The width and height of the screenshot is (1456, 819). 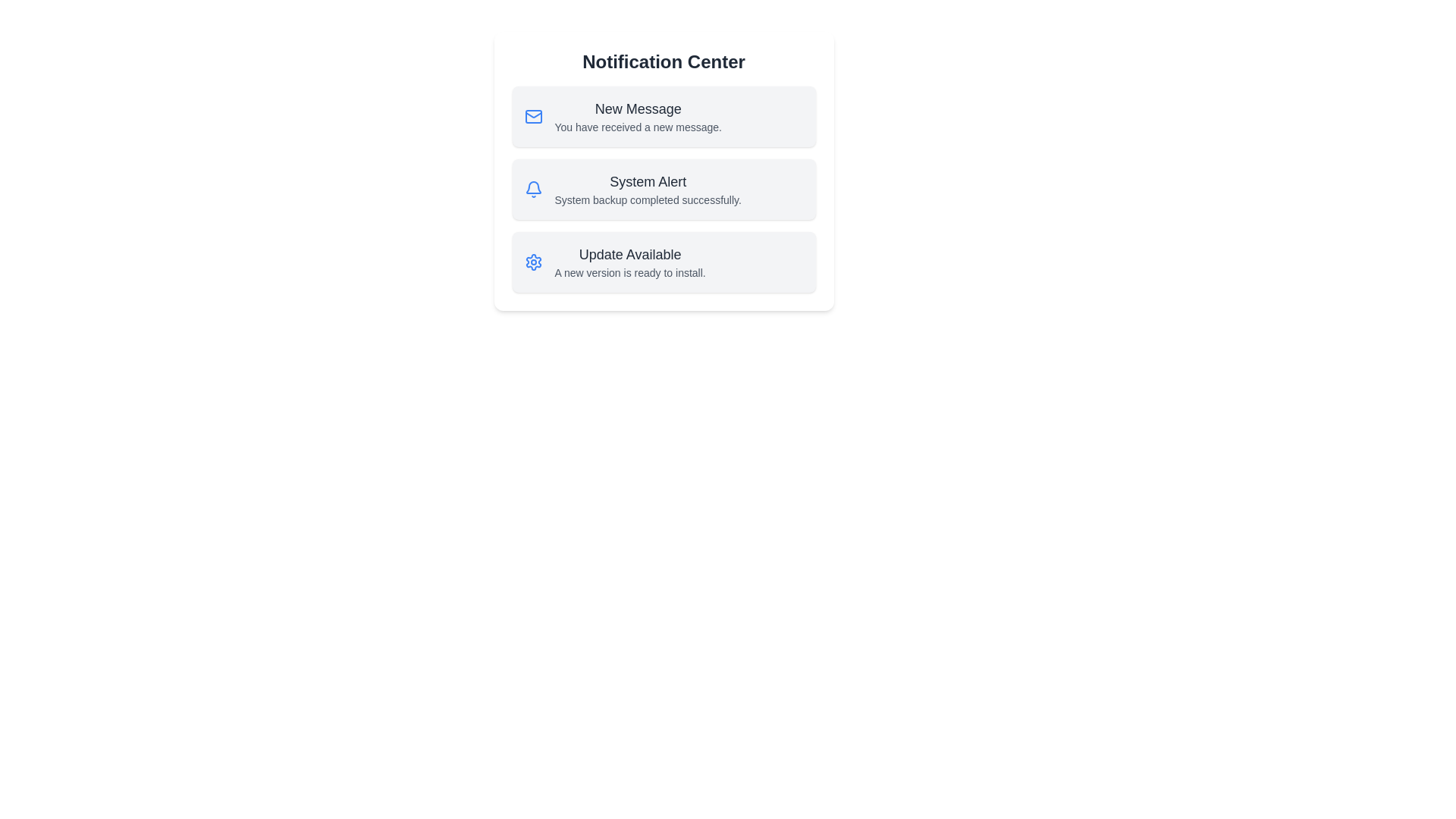 What do you see at coordinates (648, 180) in the screenshot?
I see `the 'System Alert' text label located in the middle item of the vertical list in the notification center` at bounding box center [648, 180].